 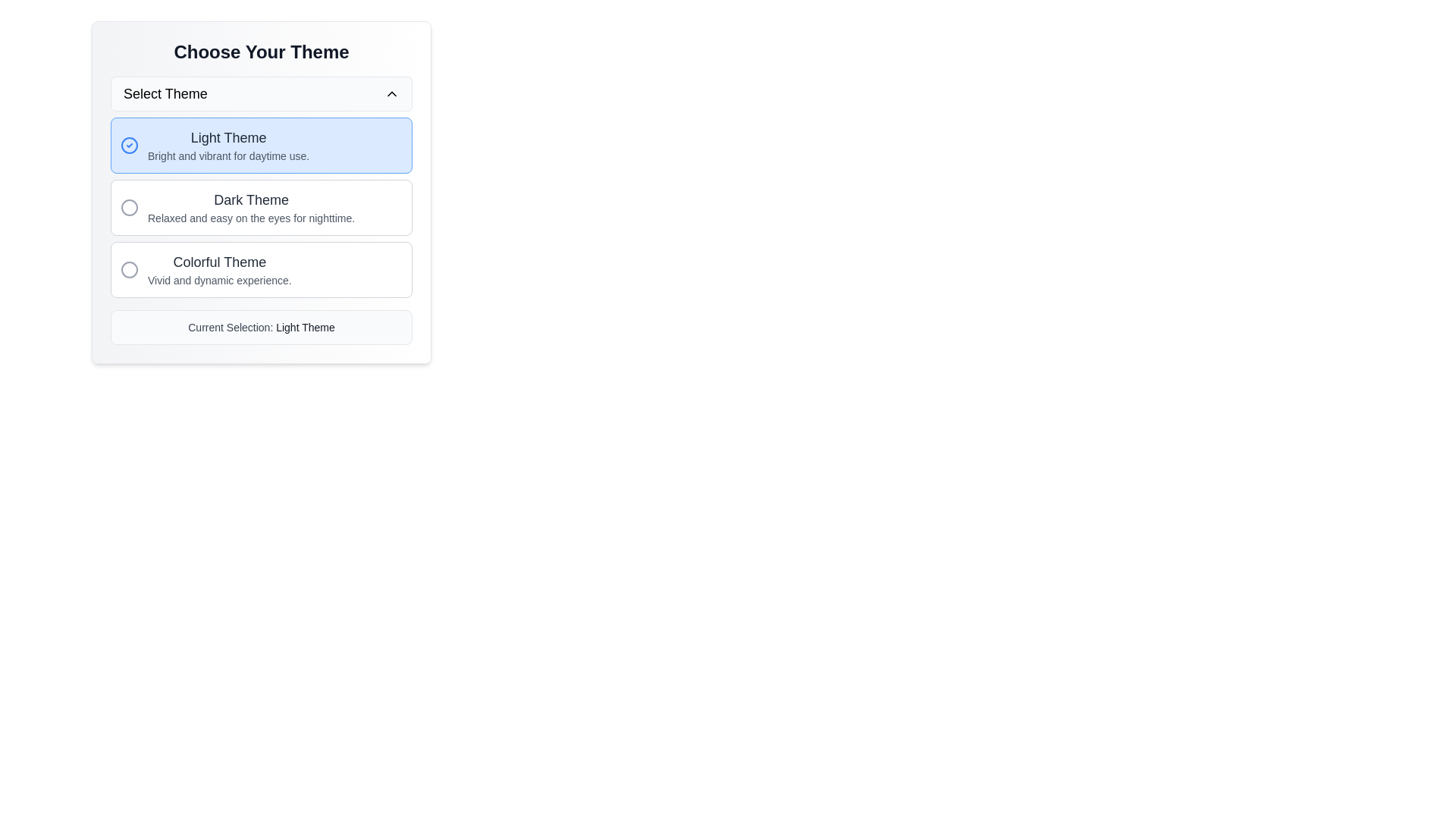 I want to click on the unselected Circle graphic indicator for the 'Dark Theme' choice, so click(x=130, y=207).